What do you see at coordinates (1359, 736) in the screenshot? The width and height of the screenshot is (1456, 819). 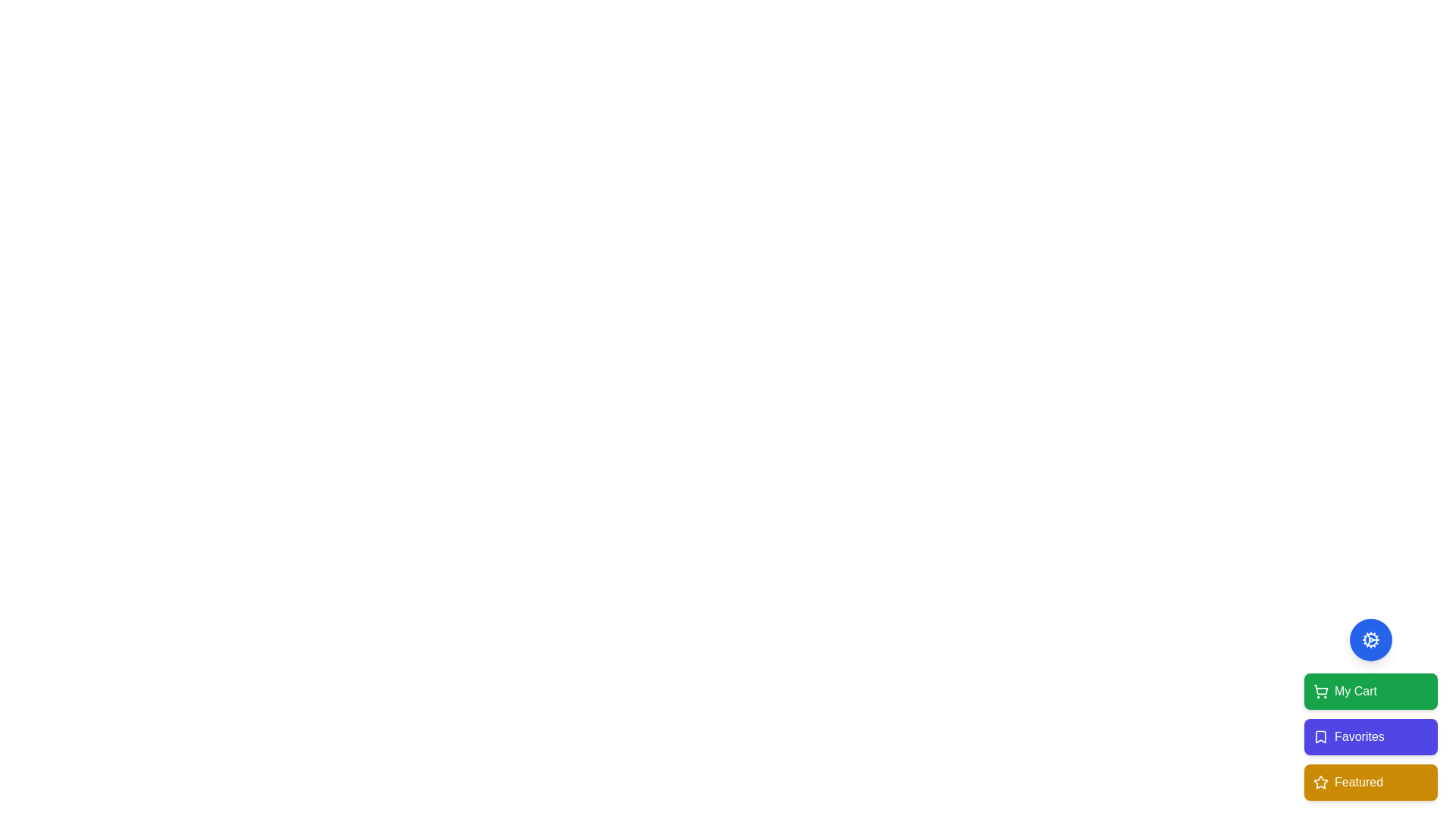 I see `the static text label displaying 'Favorites' on the purple button, located to the right side of the interface, centered within the button` at bounding box center [1359, 736].